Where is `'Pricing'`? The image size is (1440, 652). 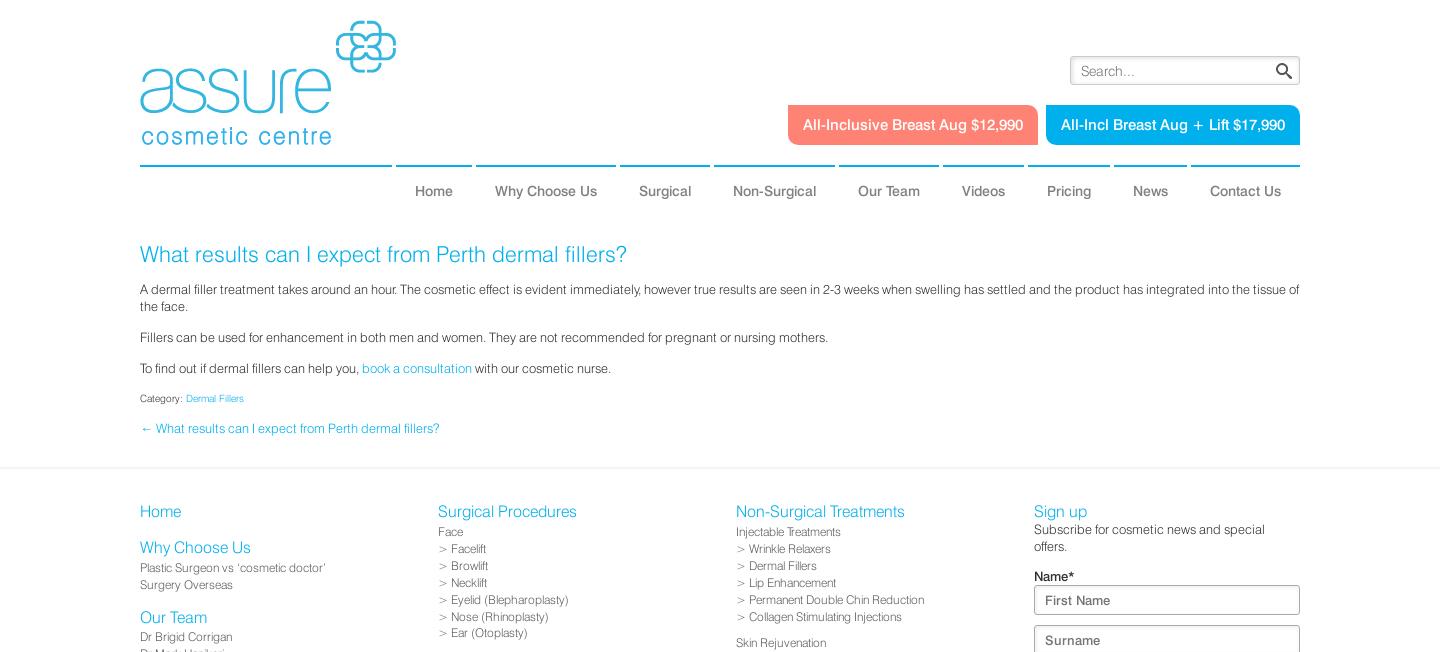
'Pricing' is located at coordinates (1069, 189).